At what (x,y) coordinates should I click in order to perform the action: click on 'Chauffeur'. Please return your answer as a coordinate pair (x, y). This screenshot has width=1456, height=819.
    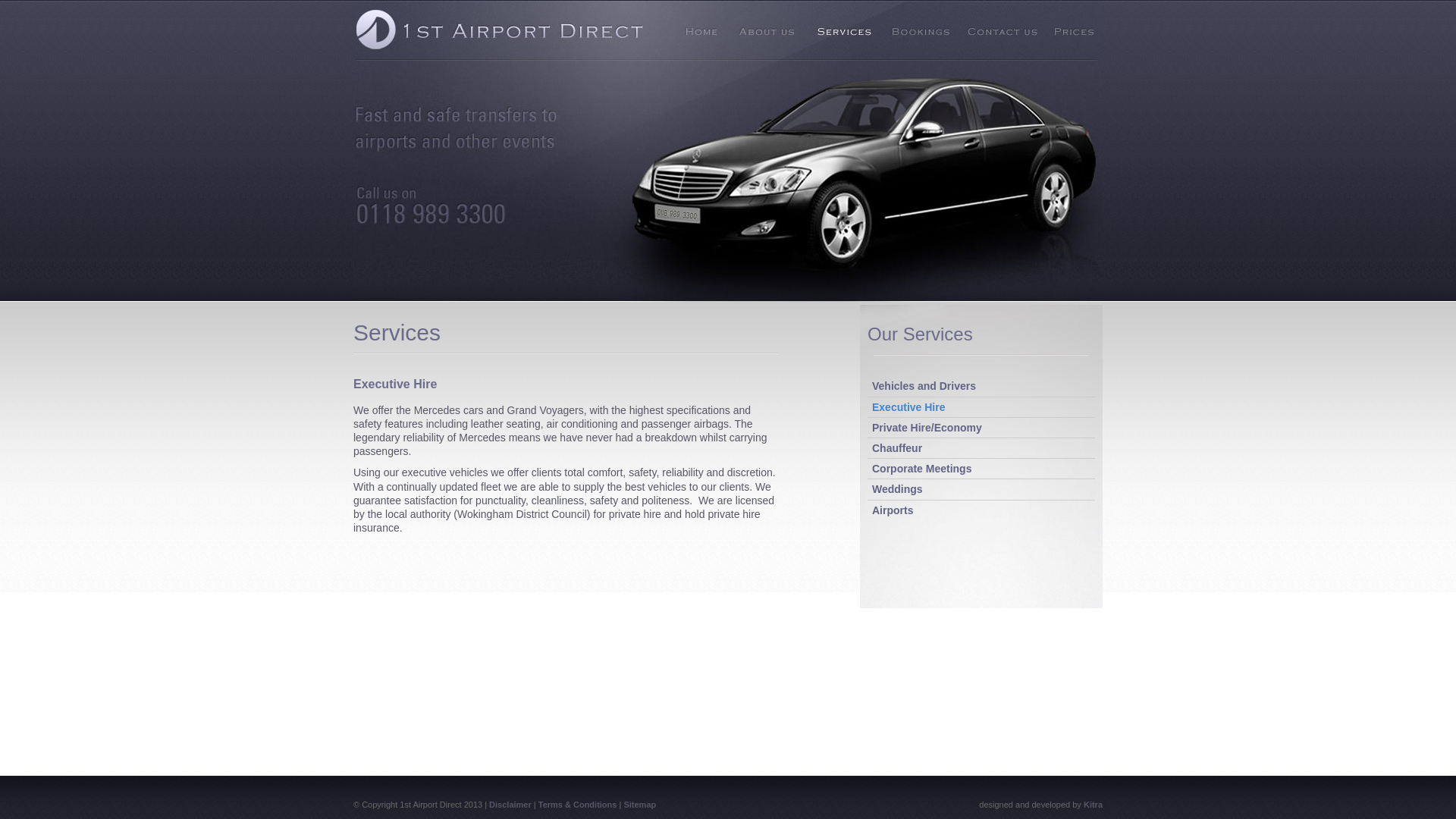
    Looking at the image, I should click on (896, 447).